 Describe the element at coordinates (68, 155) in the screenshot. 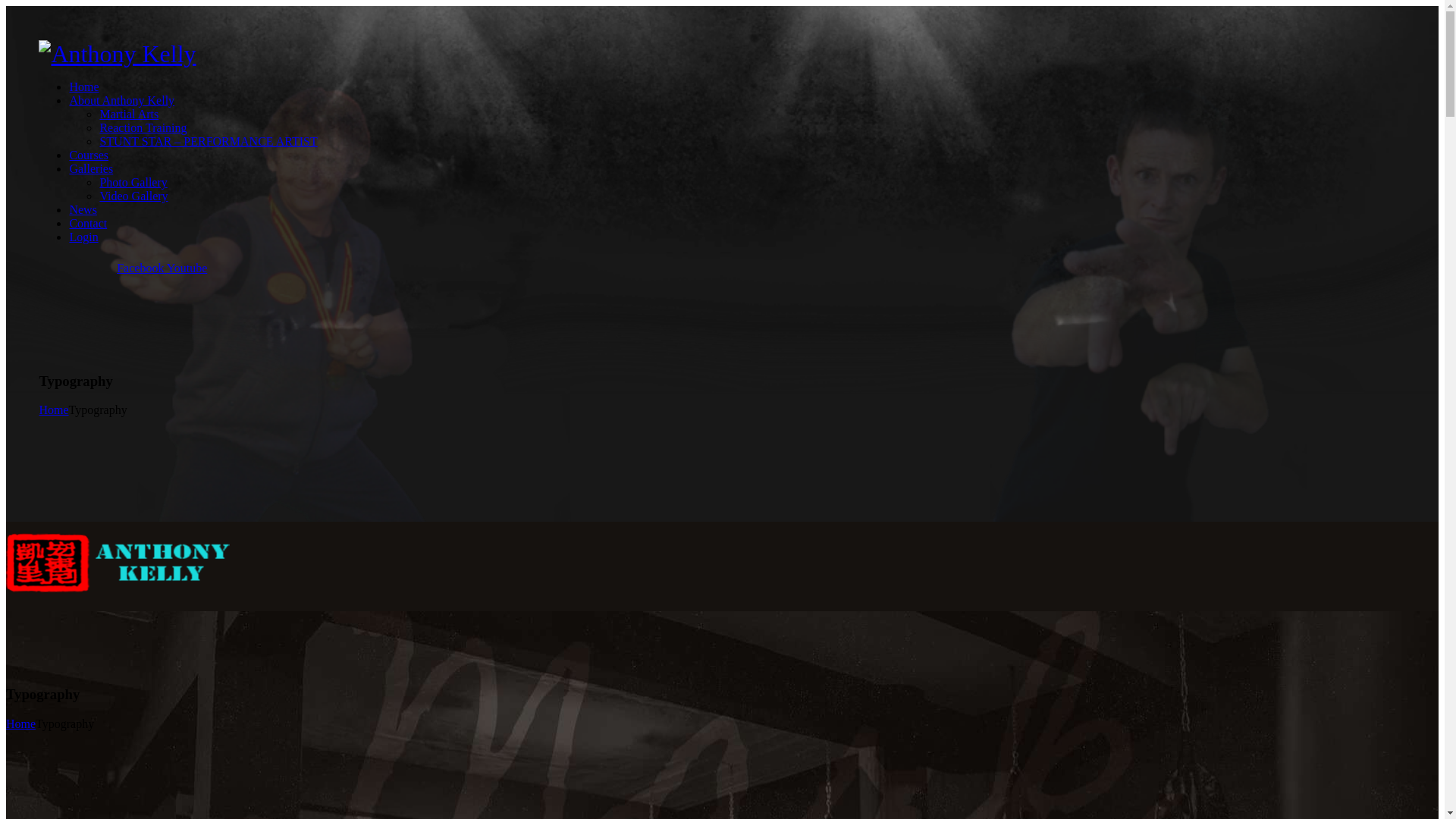

I see `'Courses'` at that location.